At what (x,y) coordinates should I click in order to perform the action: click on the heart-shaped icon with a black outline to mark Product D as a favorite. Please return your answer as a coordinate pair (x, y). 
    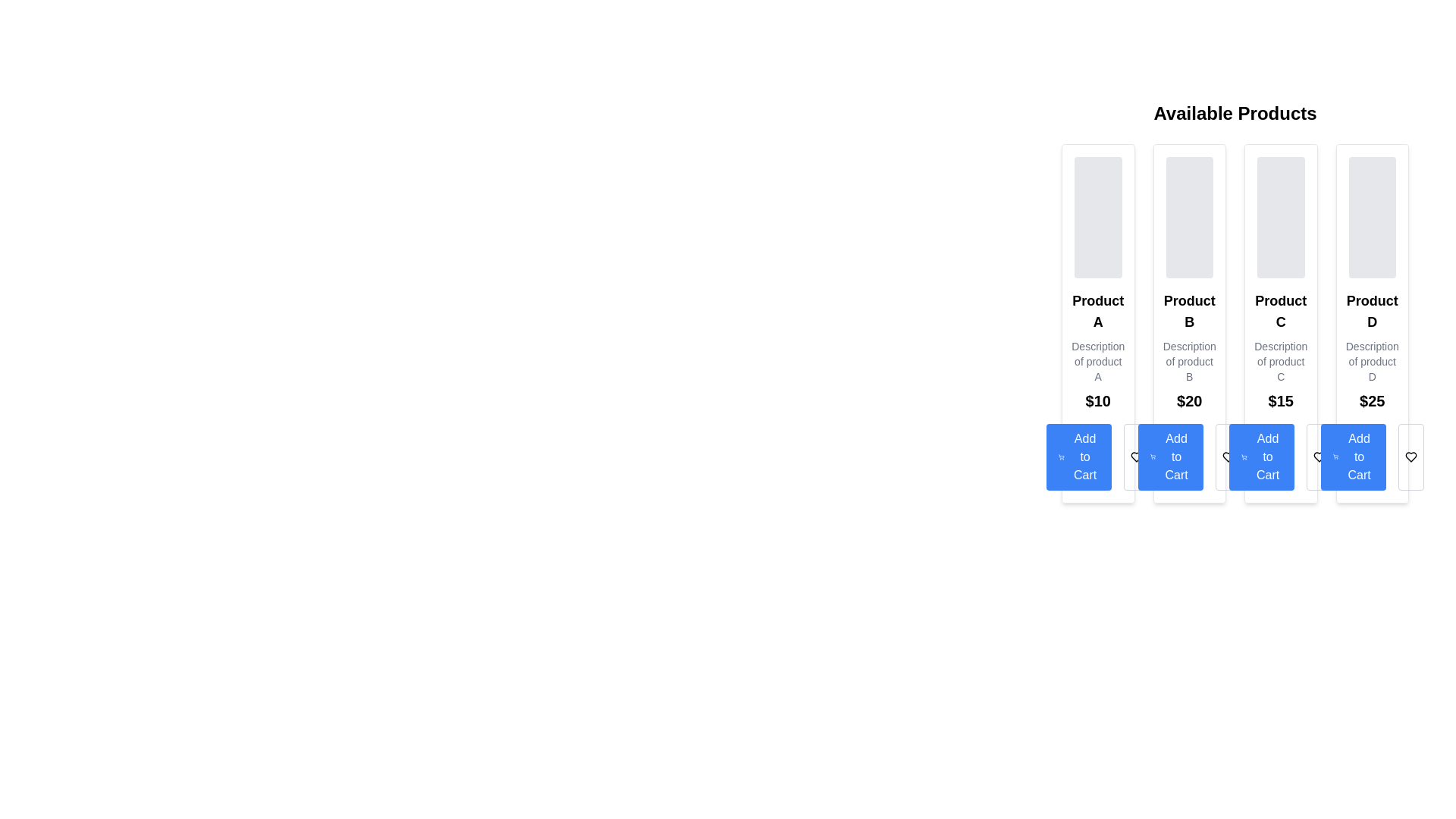
    Looking at the image, I should click on (1410, 456).